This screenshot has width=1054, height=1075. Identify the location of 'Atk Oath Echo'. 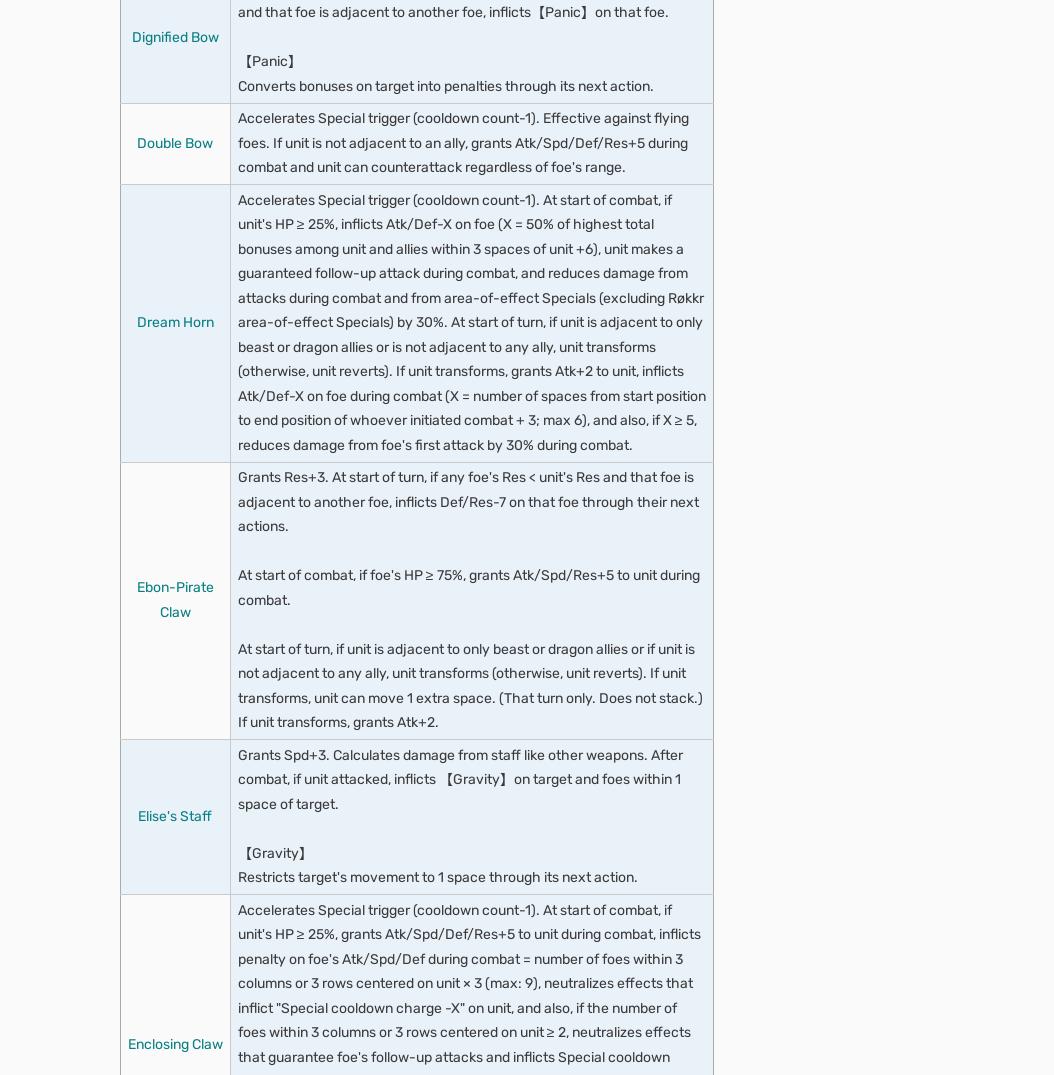
(207, 304).